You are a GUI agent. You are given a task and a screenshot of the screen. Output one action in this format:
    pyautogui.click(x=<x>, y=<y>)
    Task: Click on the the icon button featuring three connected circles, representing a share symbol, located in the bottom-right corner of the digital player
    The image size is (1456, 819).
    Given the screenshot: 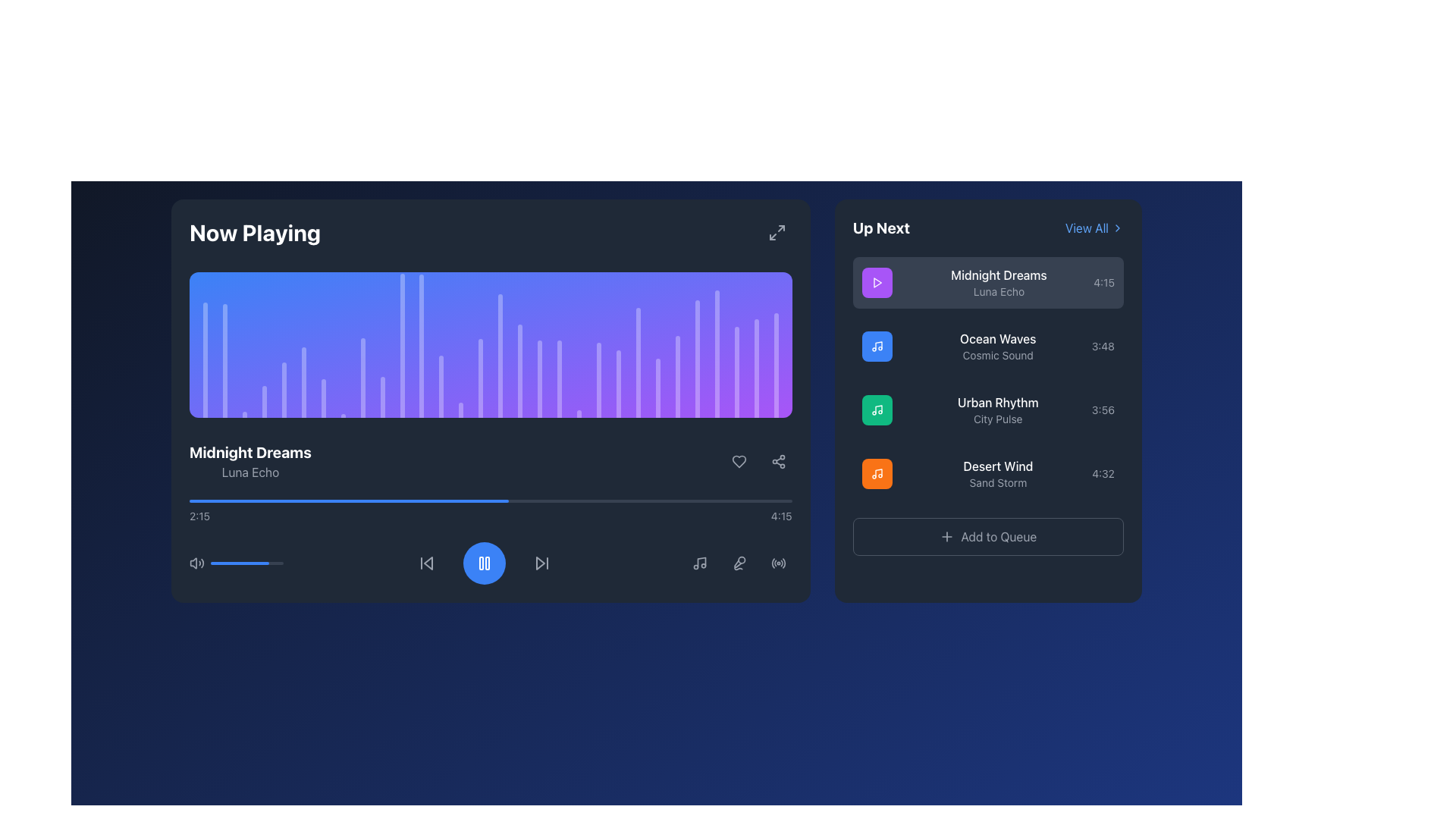 What is the action you would take?
    pyautogui.click(x=778, y=461)
    